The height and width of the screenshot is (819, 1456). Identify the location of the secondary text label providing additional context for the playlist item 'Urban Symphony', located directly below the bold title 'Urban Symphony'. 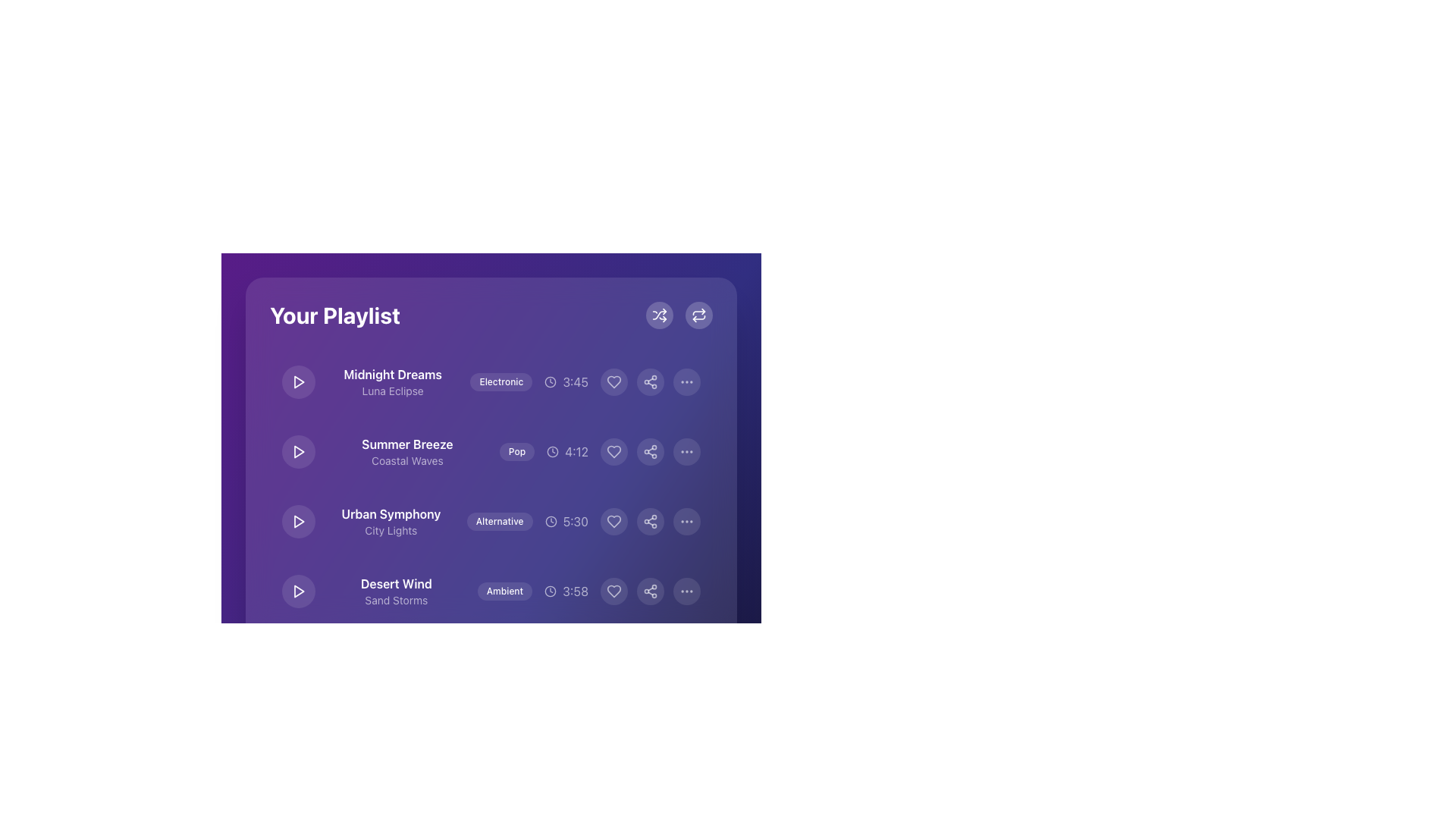
(391, 529).